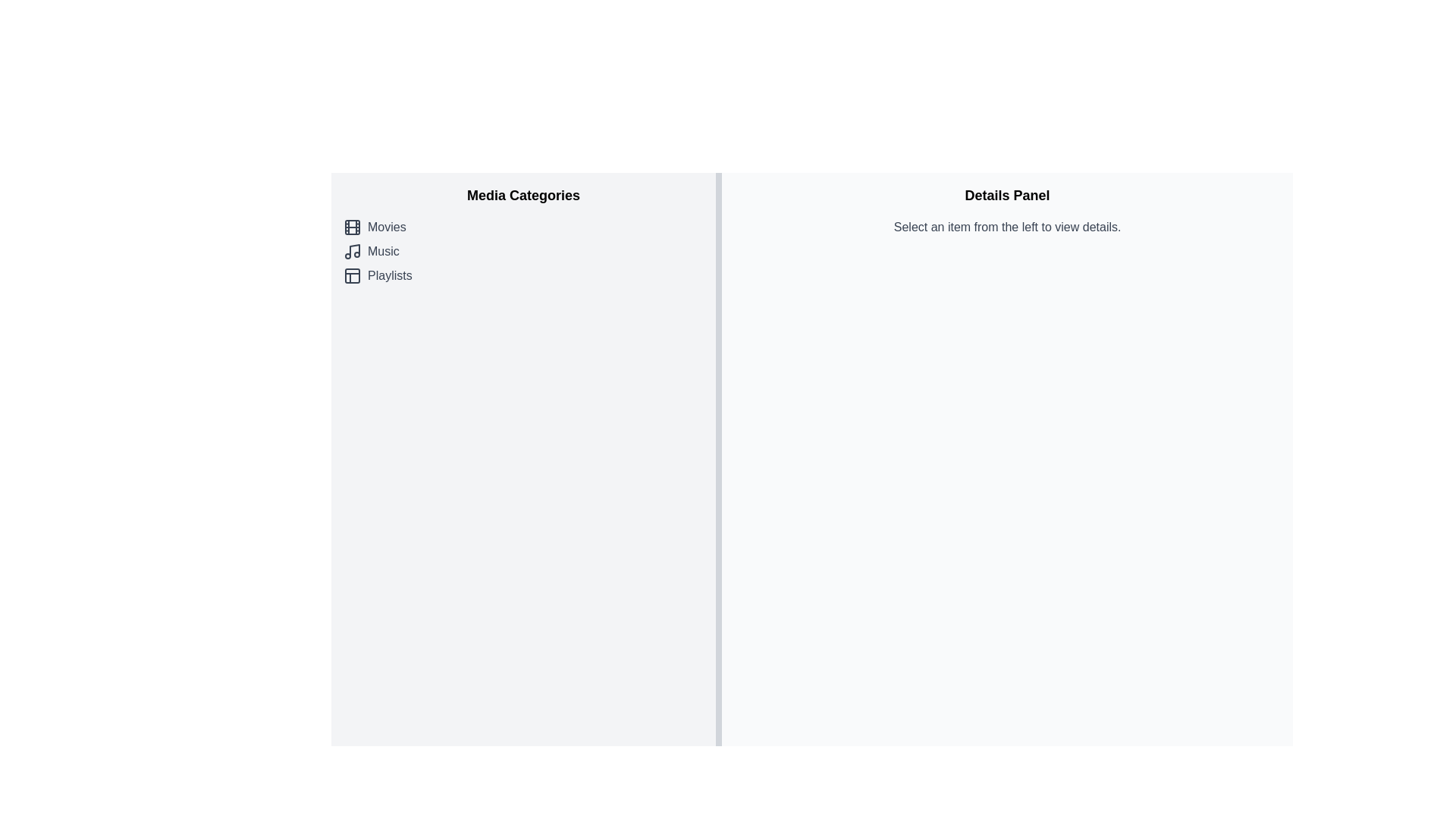  Describe the element at coordinates (523, 275) in the screenshot. I see `the 'Playlists' button-like textual representation in the media categories list` at that location.